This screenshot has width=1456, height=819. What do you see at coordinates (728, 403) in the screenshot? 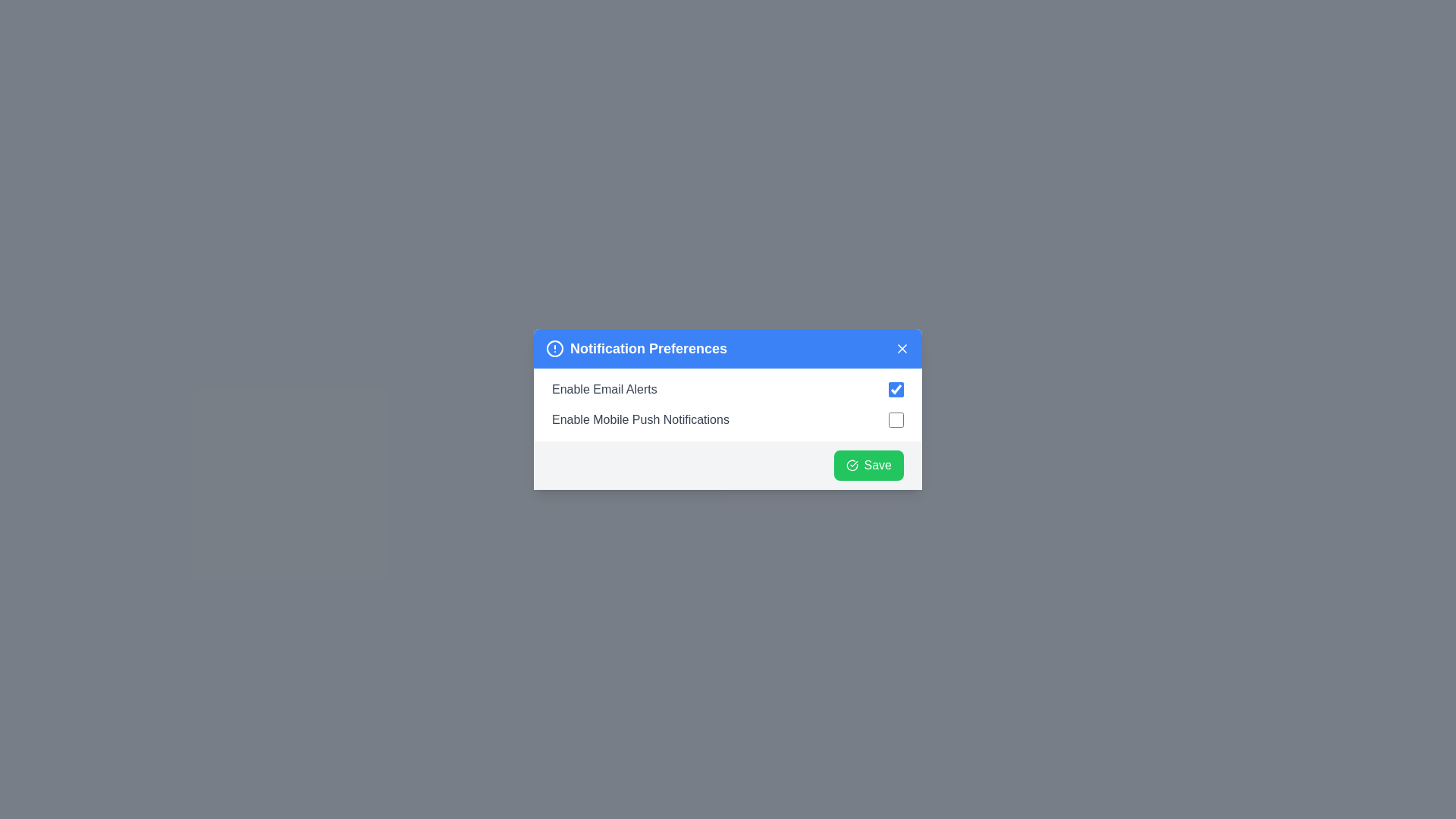
I see `the checkbox for 'Enable Email Alerts' in the Notification Preferences modal dialog` at bounding box center [728, 403].